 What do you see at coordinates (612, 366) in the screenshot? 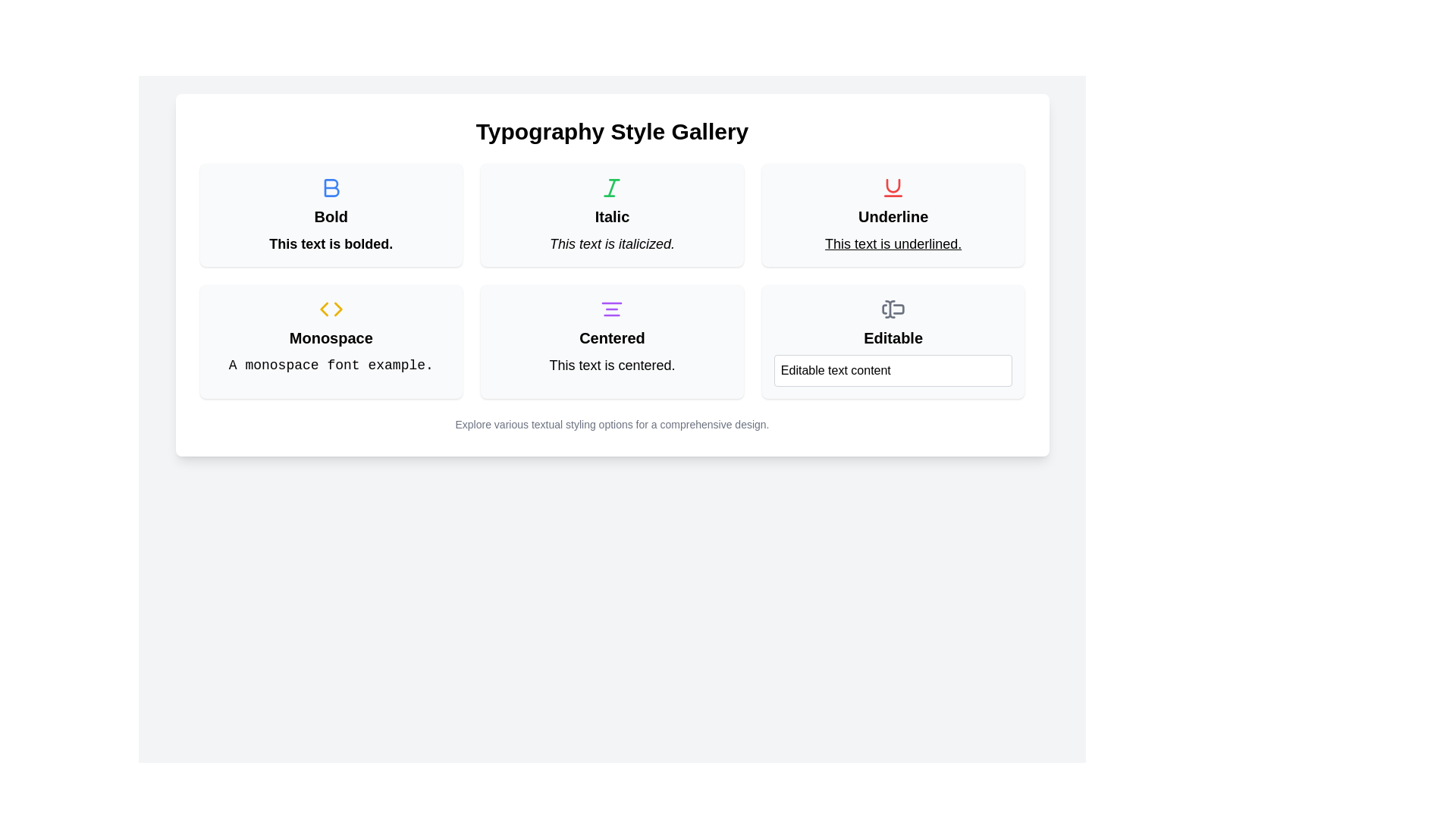
I see `the static text element displaying 'This text is centered.' which is located within the 'Centered' module` at bounding box center [612, 366].